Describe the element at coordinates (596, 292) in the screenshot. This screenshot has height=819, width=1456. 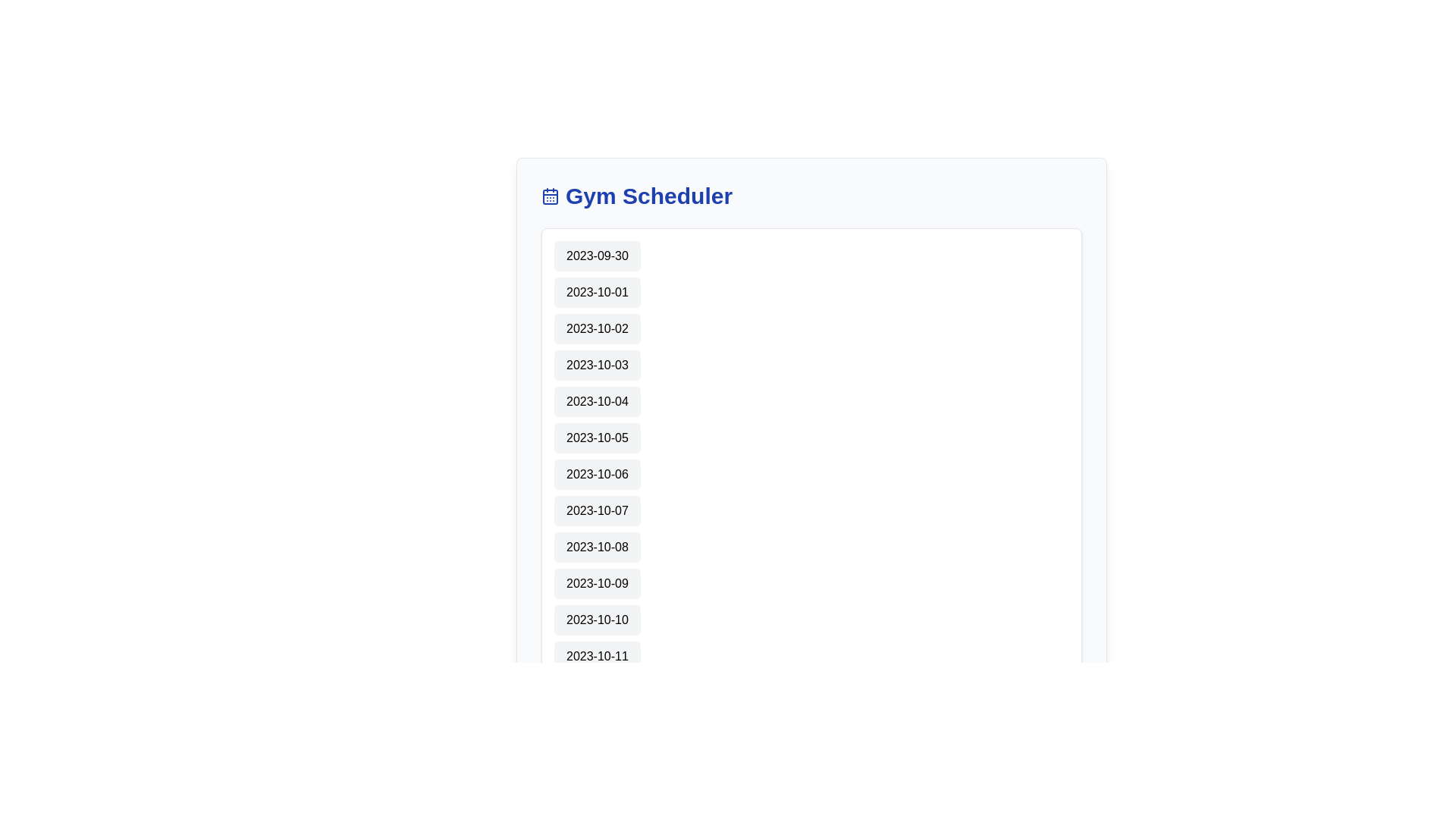
I see `the selectable date element positioned between '2023-09-30' and '2023-10-02'` at that location.